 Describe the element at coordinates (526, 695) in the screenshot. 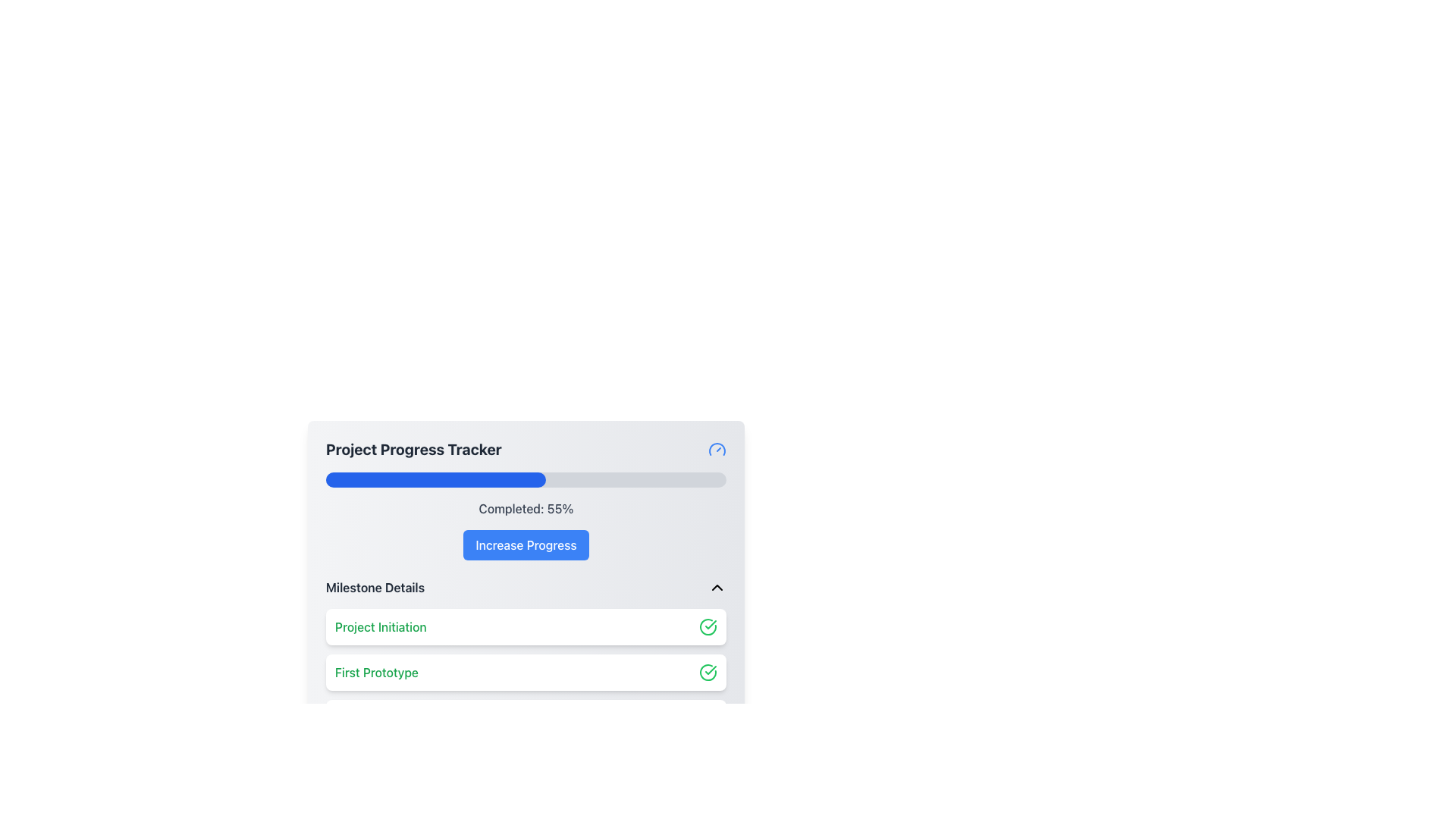

I see `titles of the milestone items listed below the 'Milestone Details' heading, which include 'Project Initiation' and 'First Prototype'` at that location.